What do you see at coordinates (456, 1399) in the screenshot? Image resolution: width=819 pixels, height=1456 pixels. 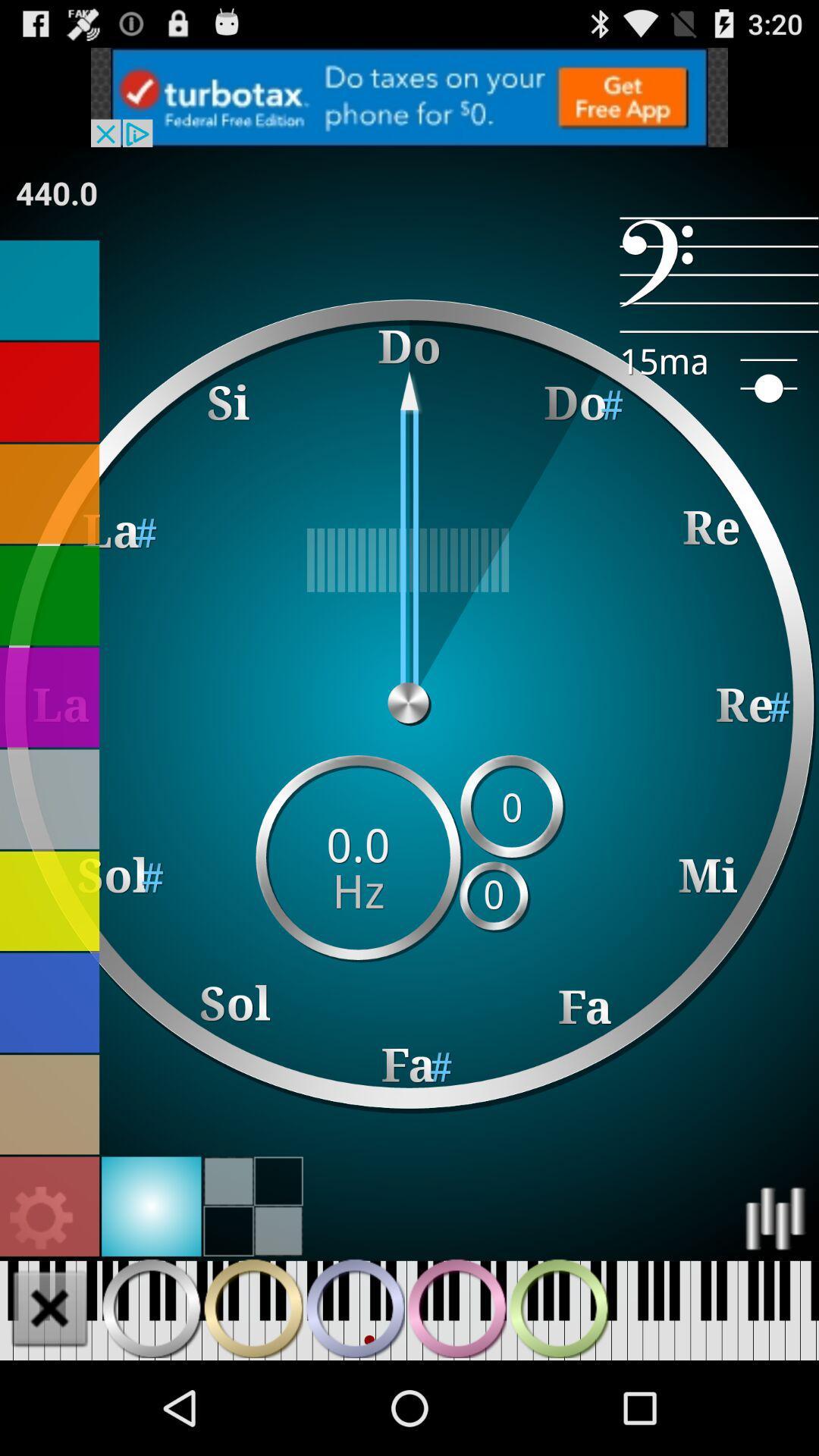 I see `the pause icon` at bounding box center [456, 1399].